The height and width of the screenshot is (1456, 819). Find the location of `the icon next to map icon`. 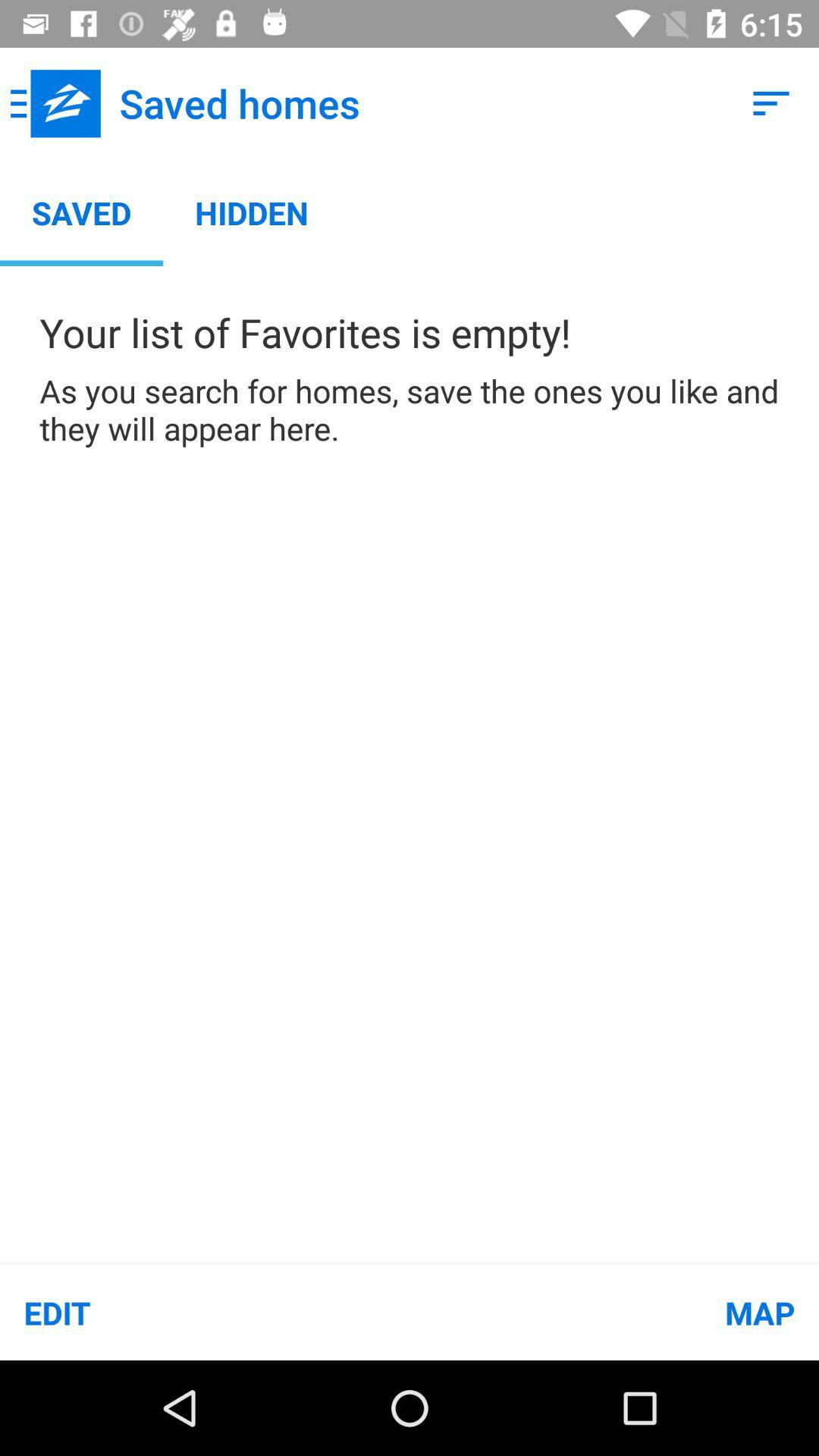

the icon next to map icon is located at coordinates (205, 1312).